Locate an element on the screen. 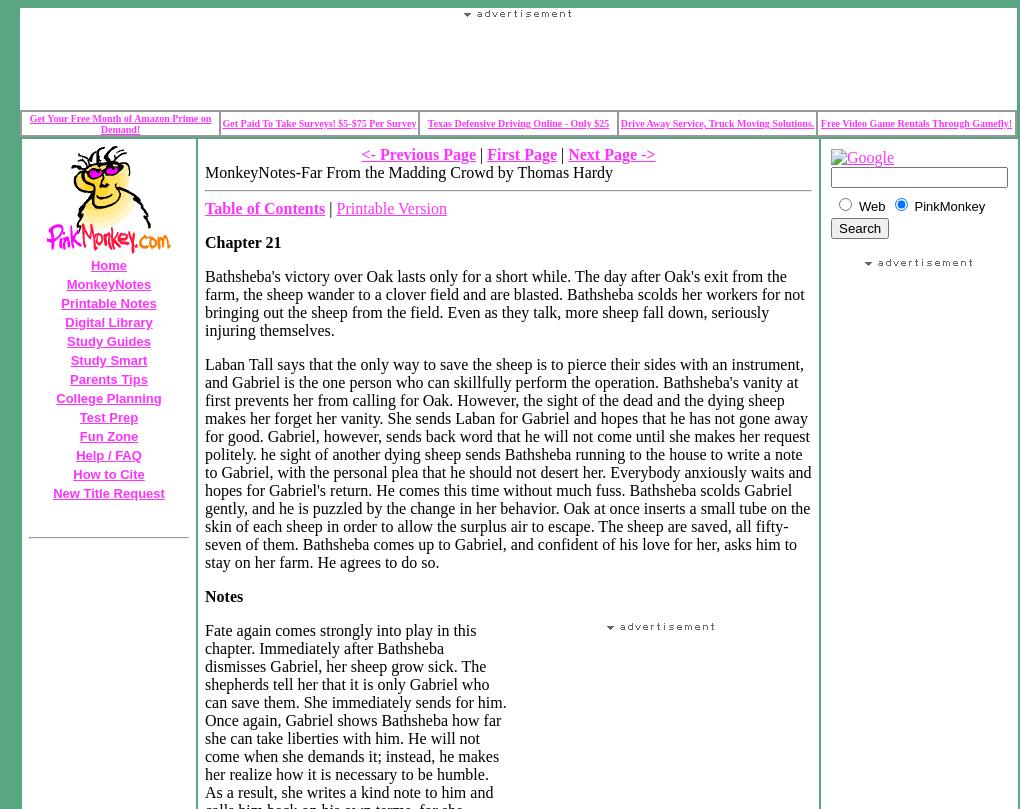 The image size is (1020, 809). 'Parents 
Tips' is located at coordinates (107, 379).